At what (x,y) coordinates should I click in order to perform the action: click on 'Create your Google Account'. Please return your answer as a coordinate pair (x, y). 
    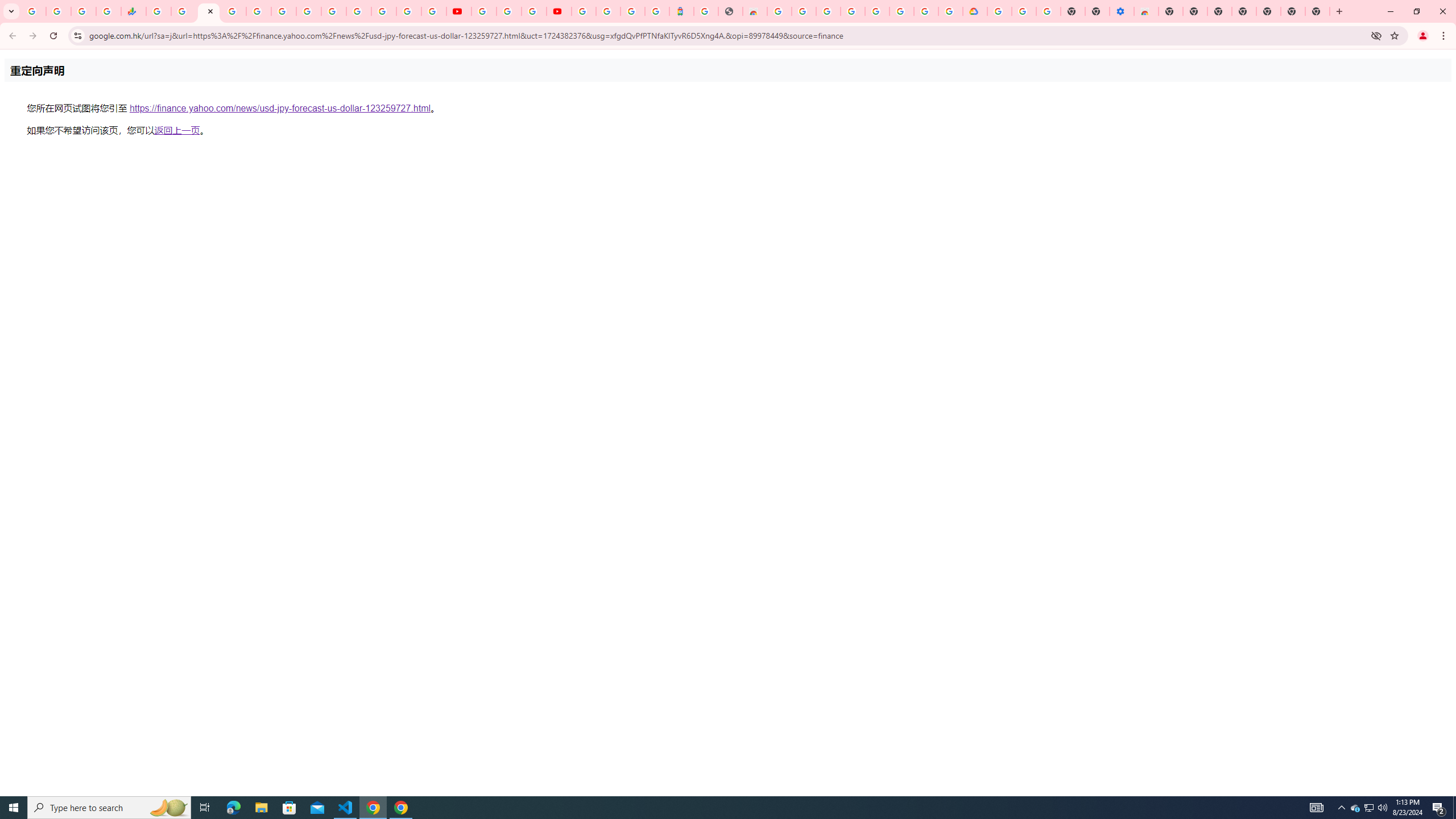
    Looking at the image, I should click on (533, 11).